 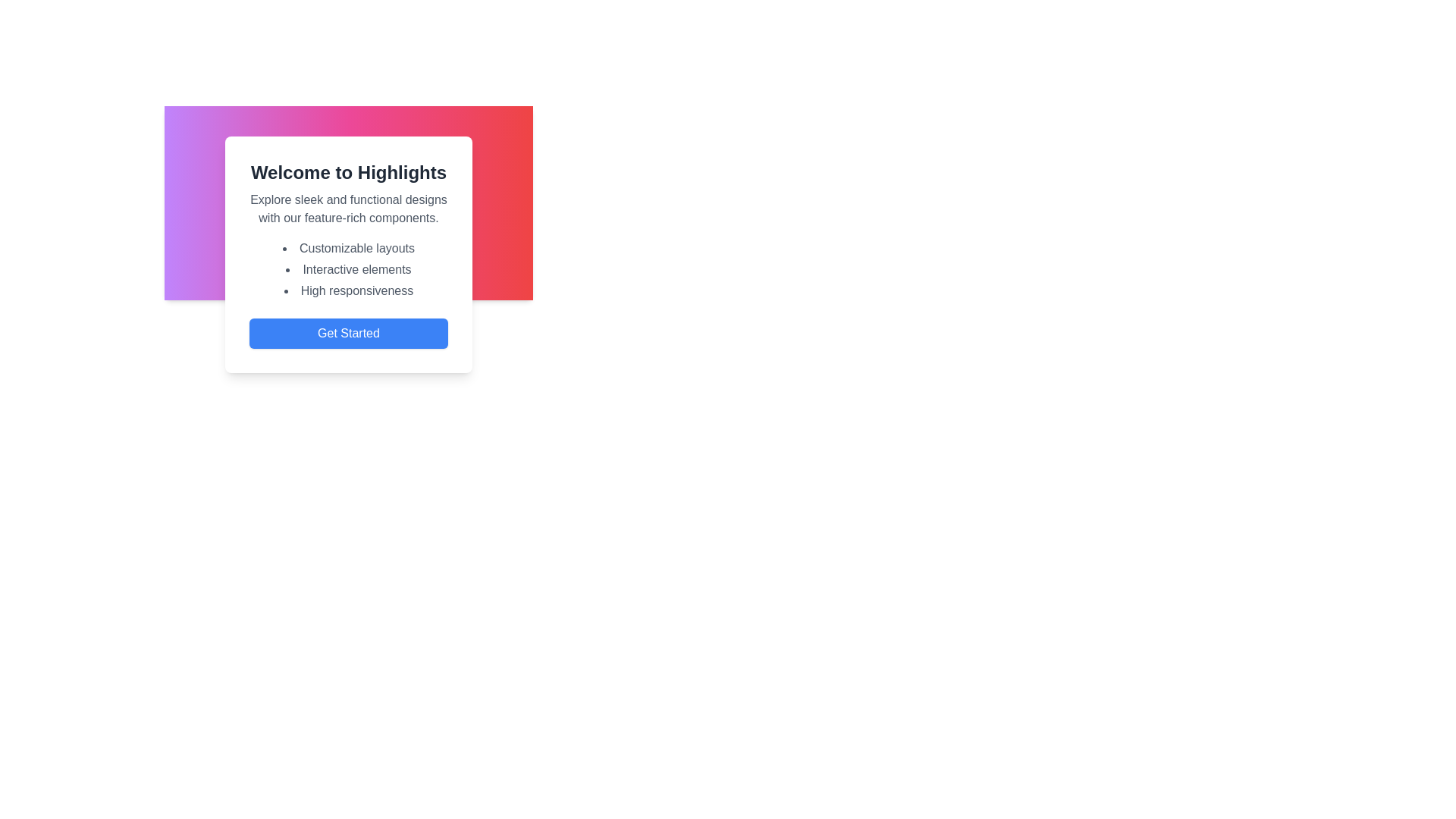 I want to click on the first item in the bullet-point list located on a white card, which is part of the 'Welcome, so click(x=348, y=247).